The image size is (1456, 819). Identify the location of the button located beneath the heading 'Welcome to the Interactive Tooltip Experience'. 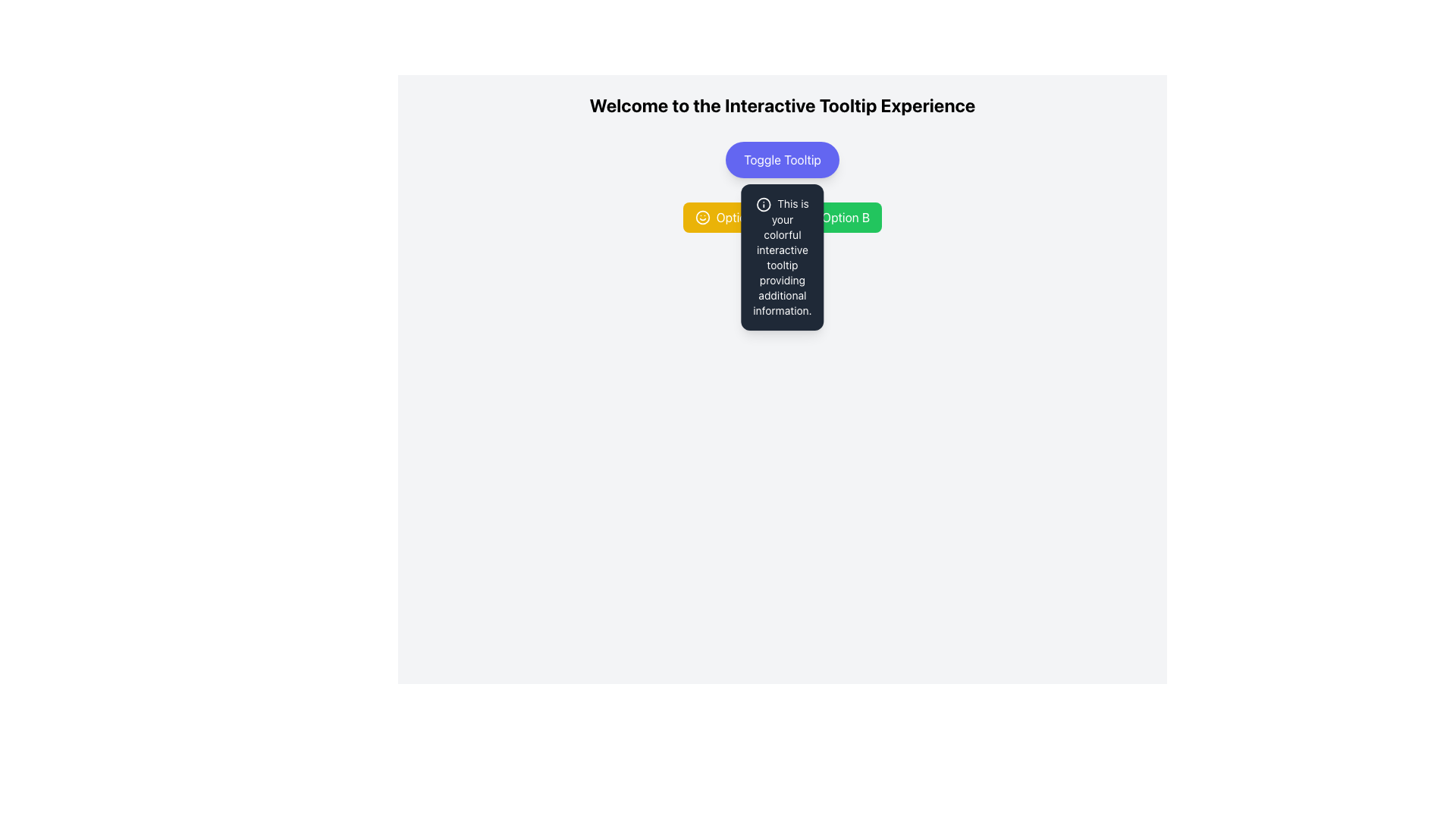
(783, 160).